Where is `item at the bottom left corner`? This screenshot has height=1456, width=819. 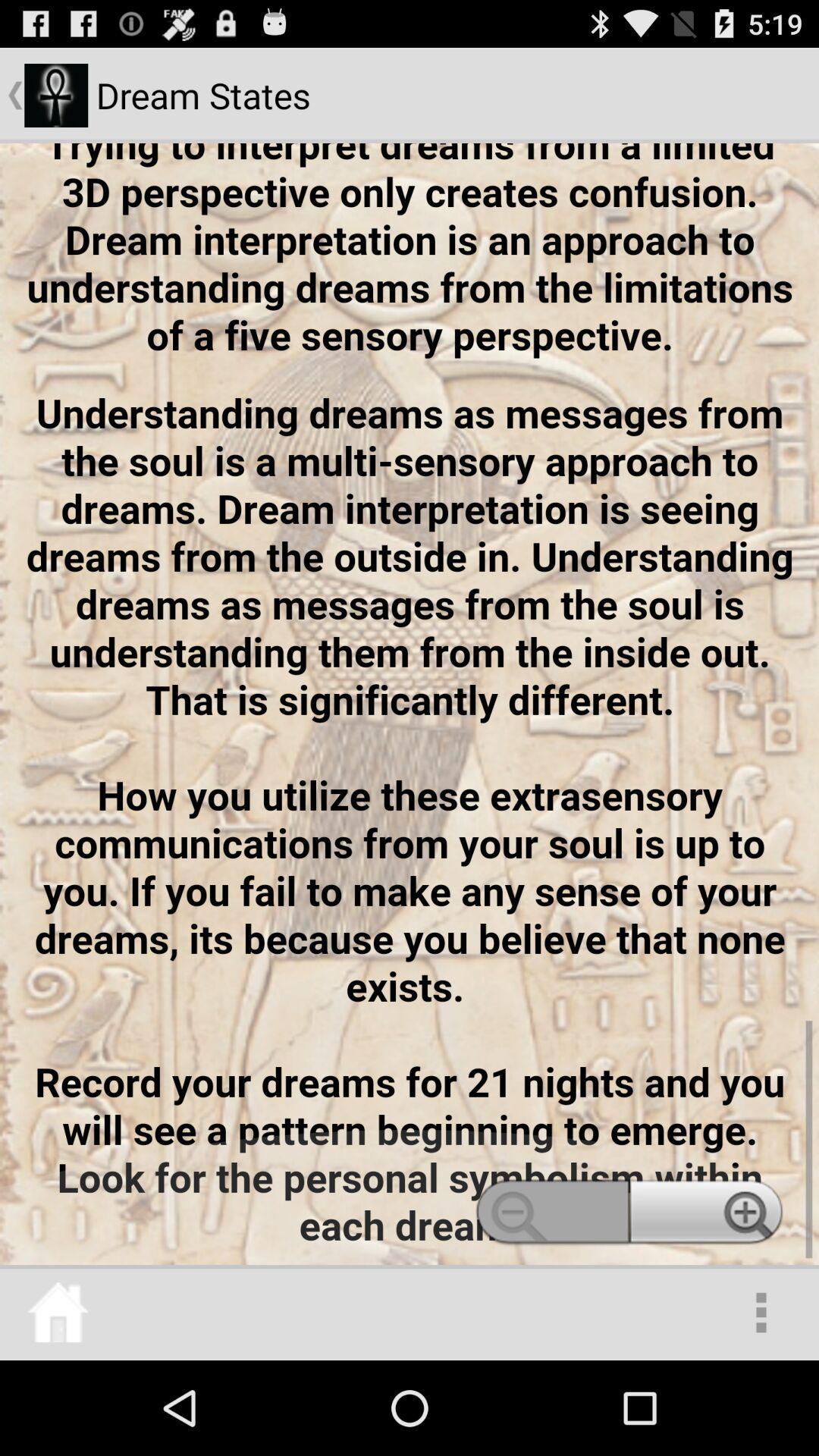 item at the bottom left corner is located at coordinates (57, 1312).